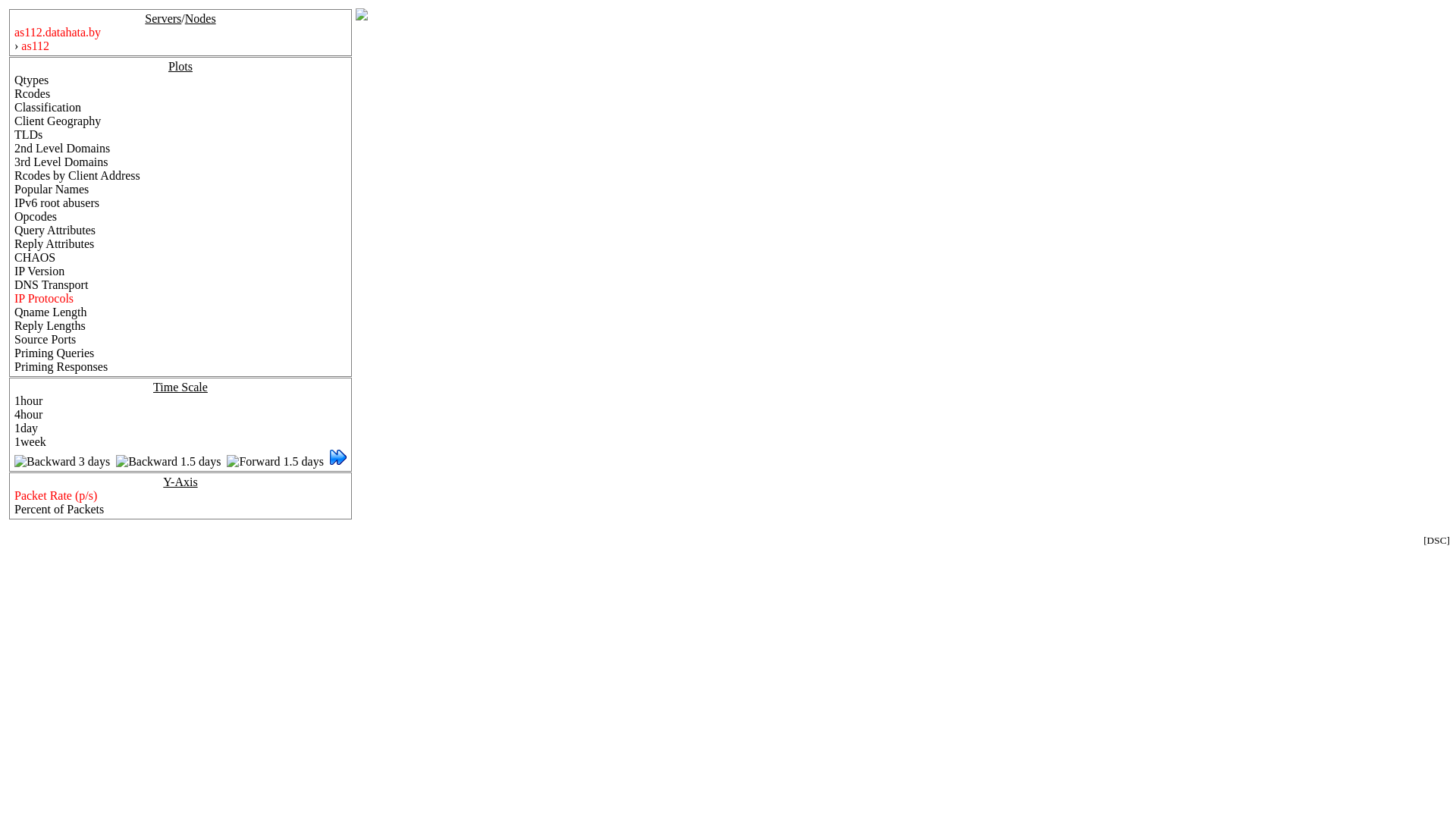 This screenshot has width=1456, height=819. I want to click on 'Reply Attributes', so click(54, 243).